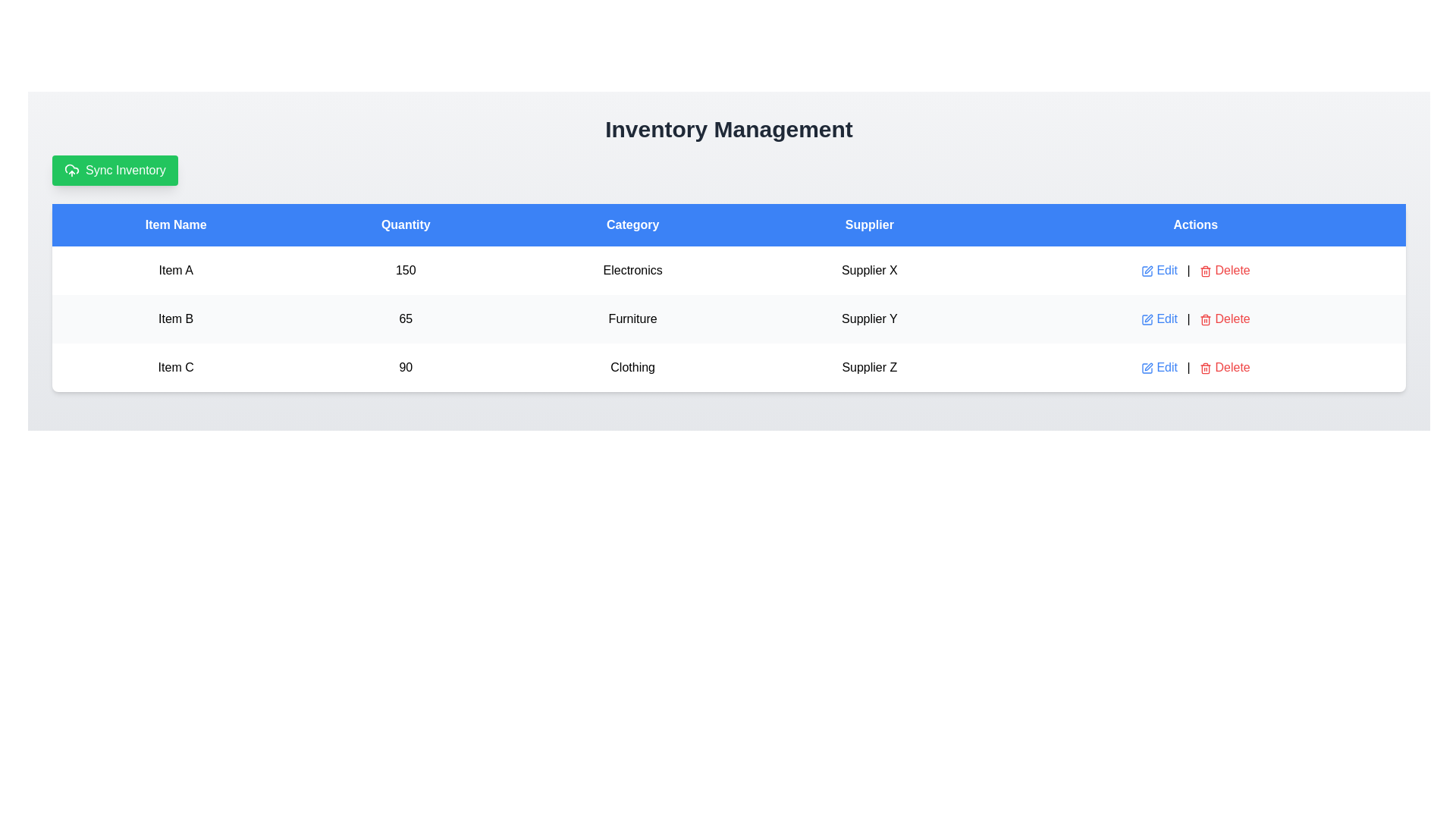 This screenshot has width=1456, height=819. What do you see at coordinates (114, 170) in the screenshot?
I see `the green rectangular button labeled 'Sync Inventory' with a cloud icon` at bounding box center [114, 170].